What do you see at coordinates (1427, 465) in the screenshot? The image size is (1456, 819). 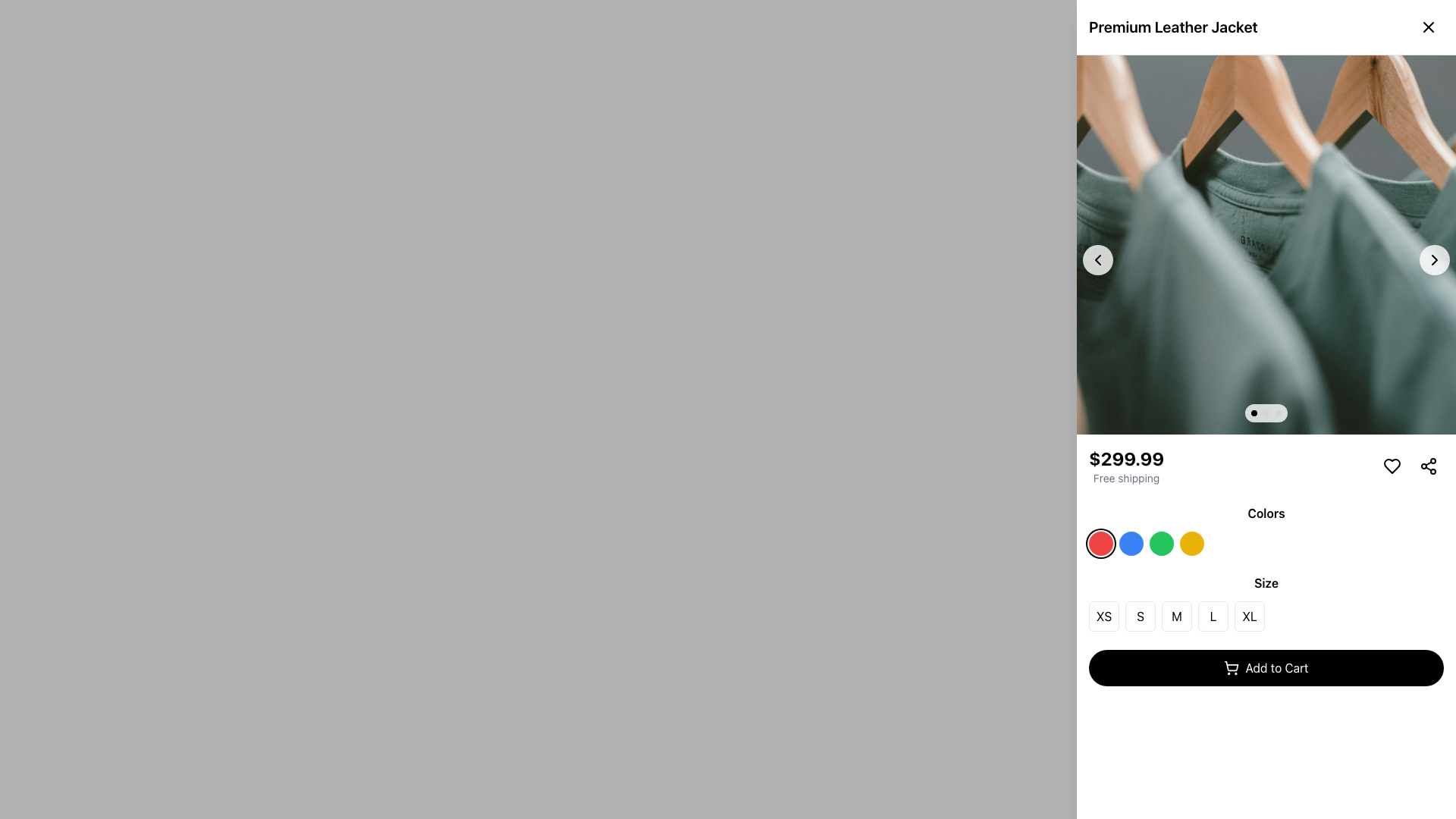 I see `the share button located in the top-right area of the interface, which is the second button in a horizontal group adjacent to a heart icon button` at bounding box center [1427, 465].